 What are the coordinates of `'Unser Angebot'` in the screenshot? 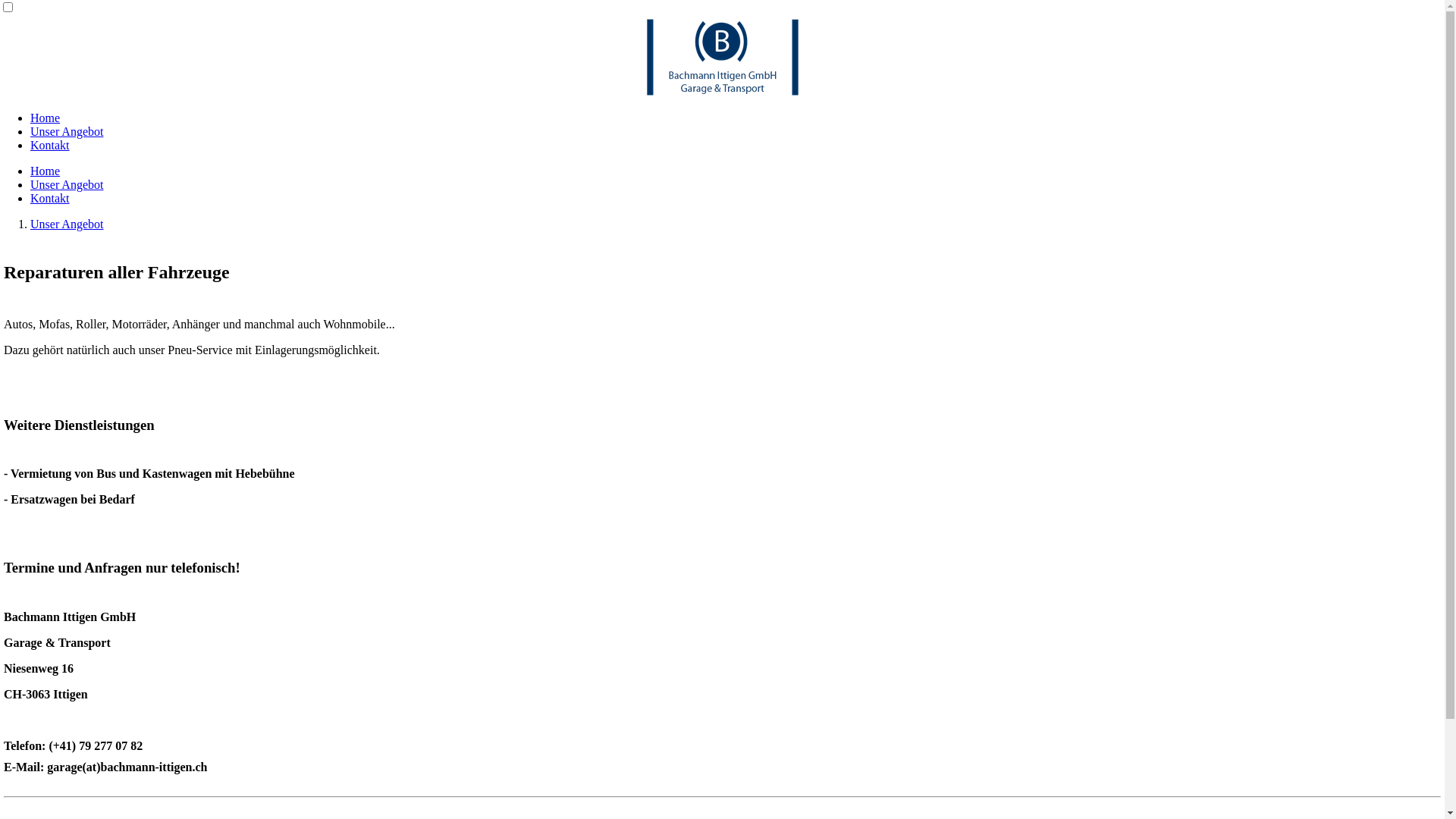 It's located at (65, 184).